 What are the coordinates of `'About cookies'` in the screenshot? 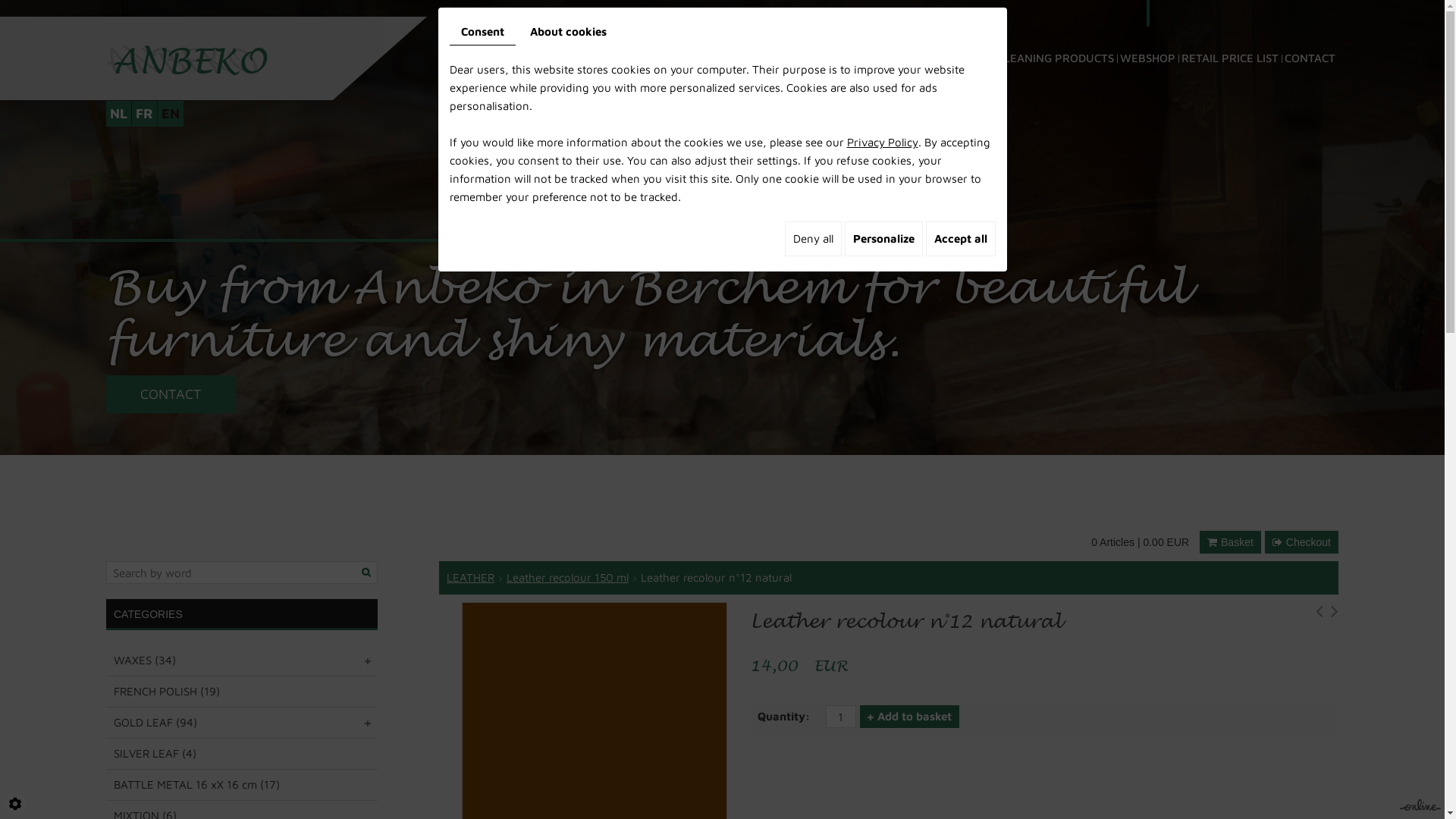 It's located at (567, 32).